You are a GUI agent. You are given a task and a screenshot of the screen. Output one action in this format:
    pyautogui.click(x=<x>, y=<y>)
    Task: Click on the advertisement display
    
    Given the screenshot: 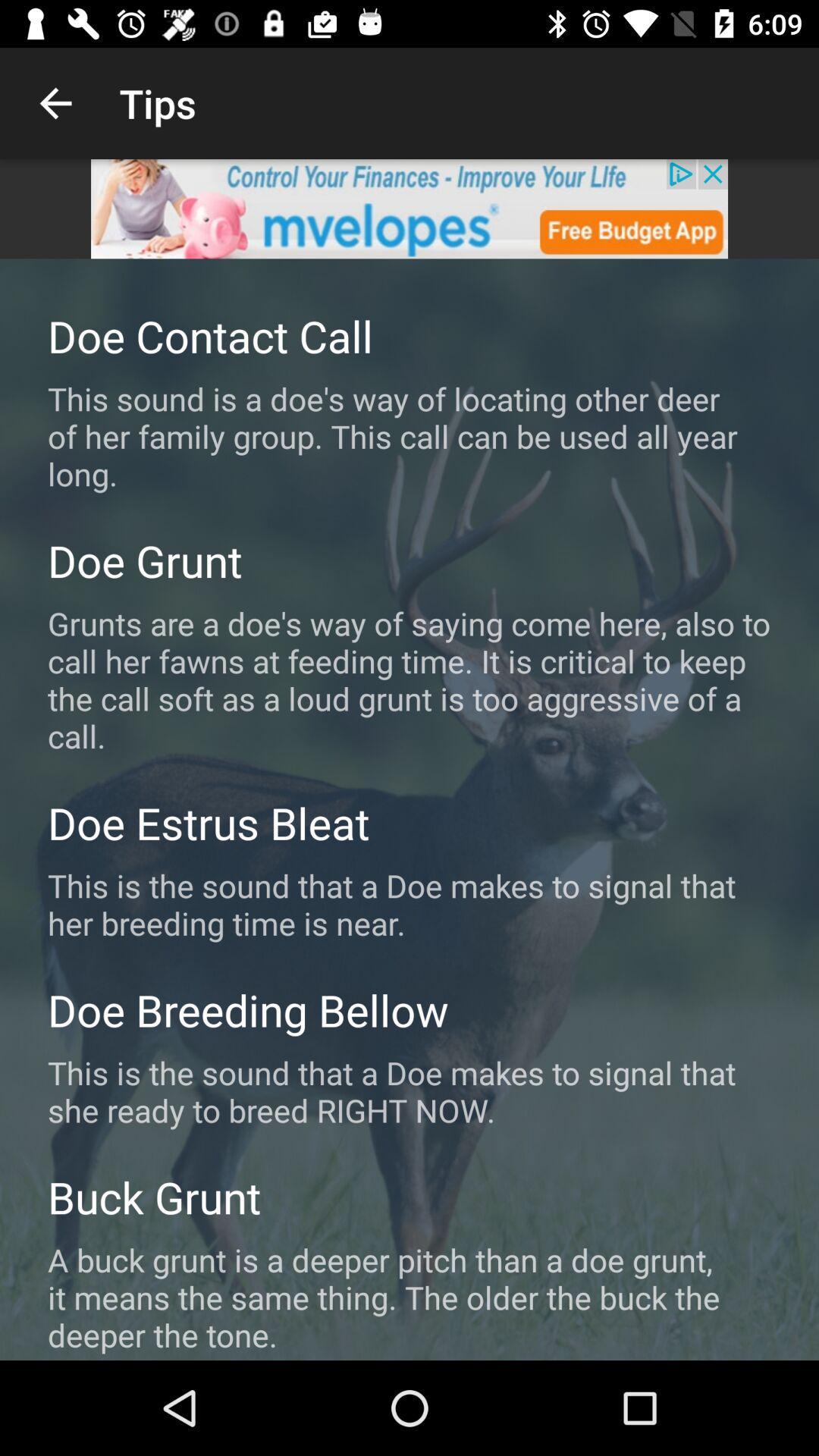 What is the action you would take?
    pyautogui.click(x=409, y=208)
    